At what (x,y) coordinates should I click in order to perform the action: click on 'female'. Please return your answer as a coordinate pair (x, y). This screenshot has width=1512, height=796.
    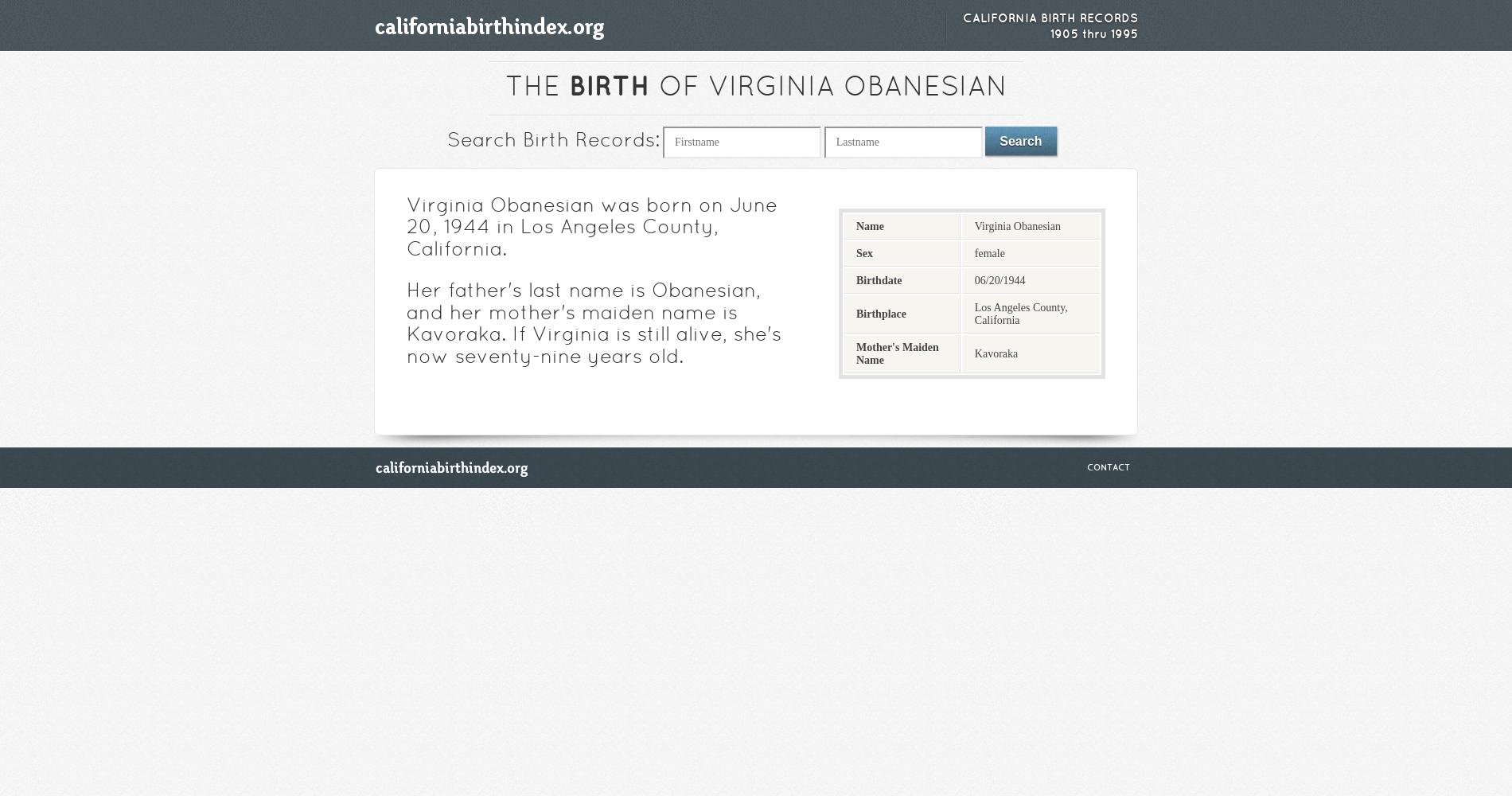
    Looking at the image, I should click on (988, 252).